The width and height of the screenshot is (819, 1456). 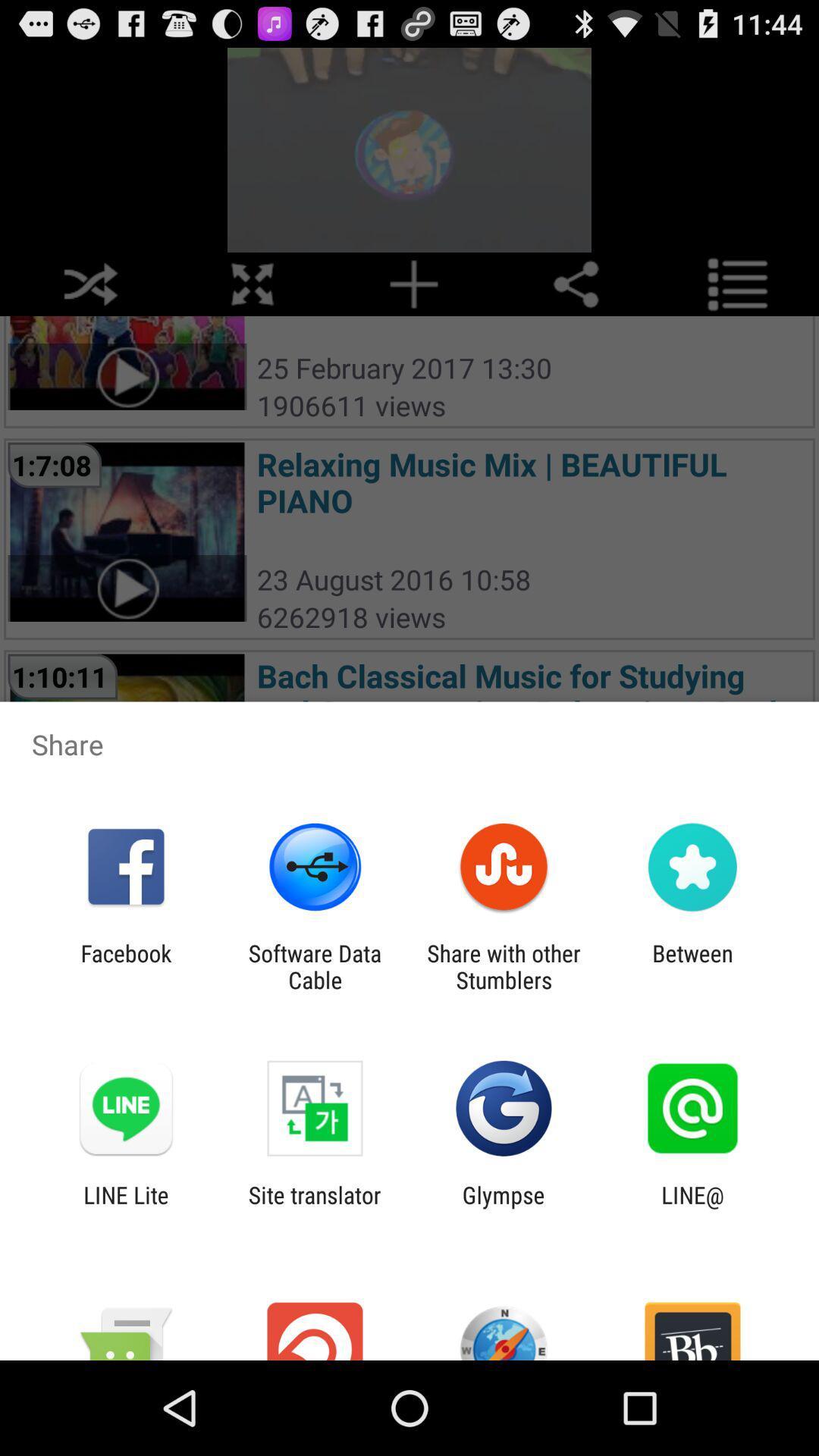 I want to click on between, so click(x=692, y=966).